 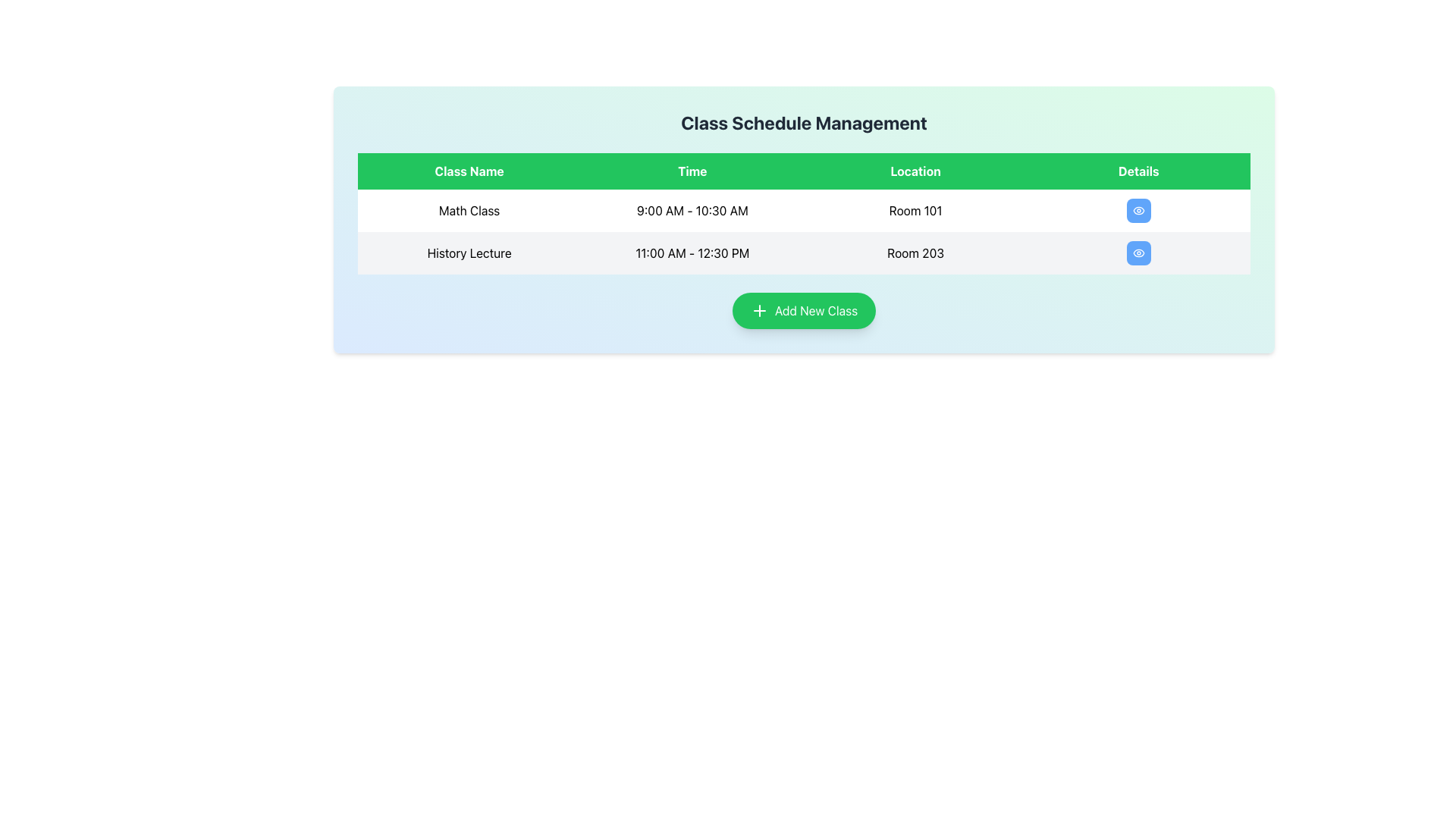 What do you see at coordinates (1138, 210) in the screenshot?
I see `the button in the 'Details' column of the first row under 'Class Schedule Management'` at bounding box center [1138, 210].